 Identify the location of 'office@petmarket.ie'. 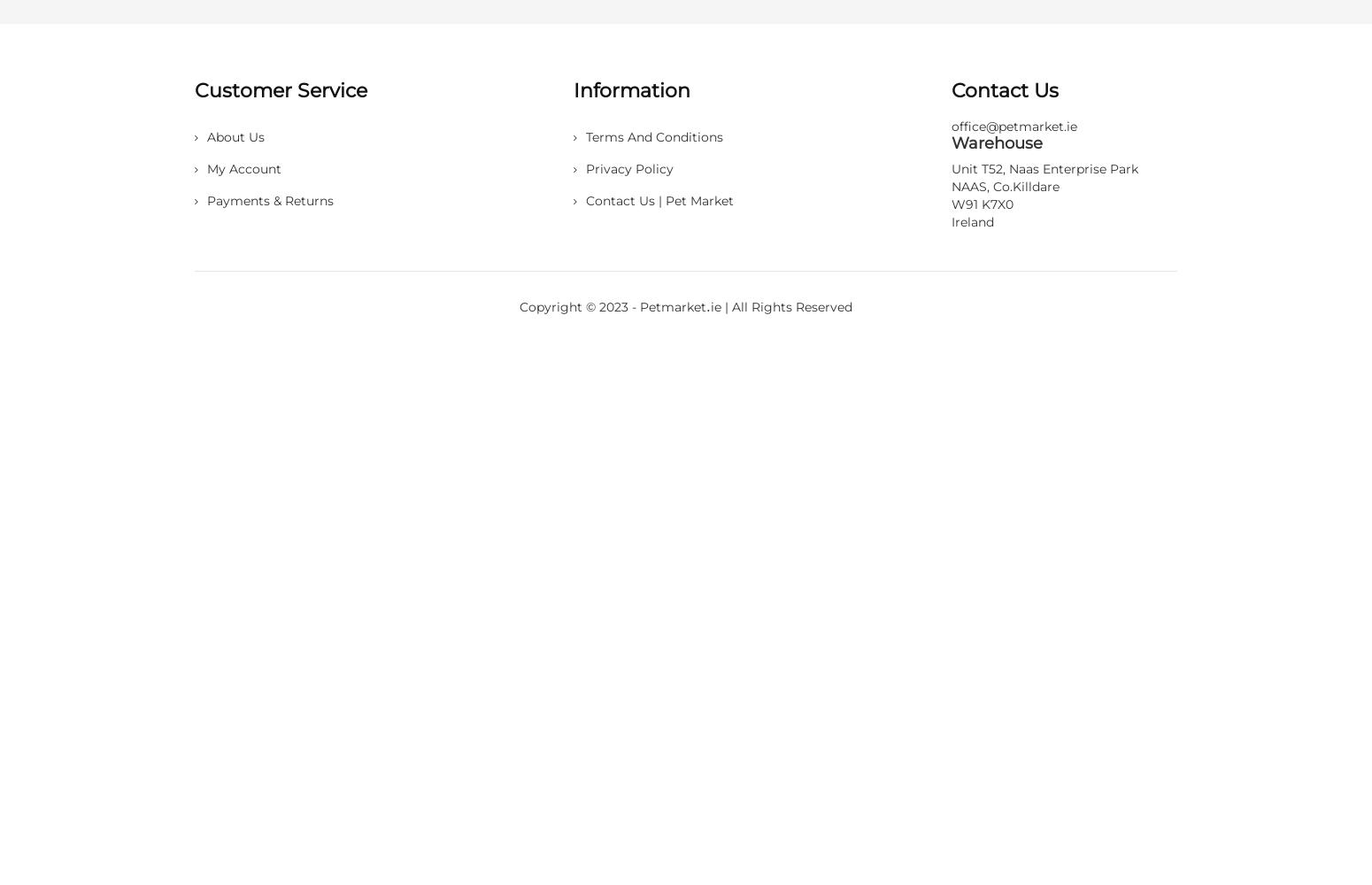
(1014, 127).